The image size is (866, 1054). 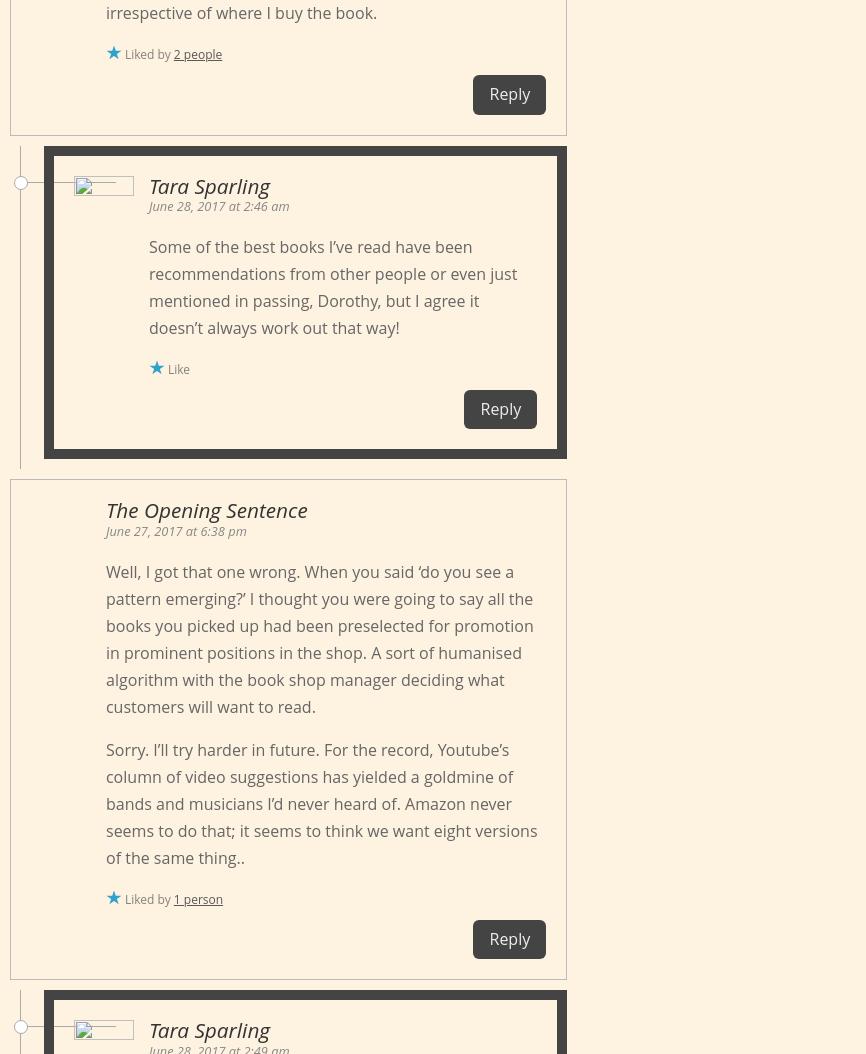 I want to click on 'June 28, 2017 at 2:46 am', so click(x=149, y=204).